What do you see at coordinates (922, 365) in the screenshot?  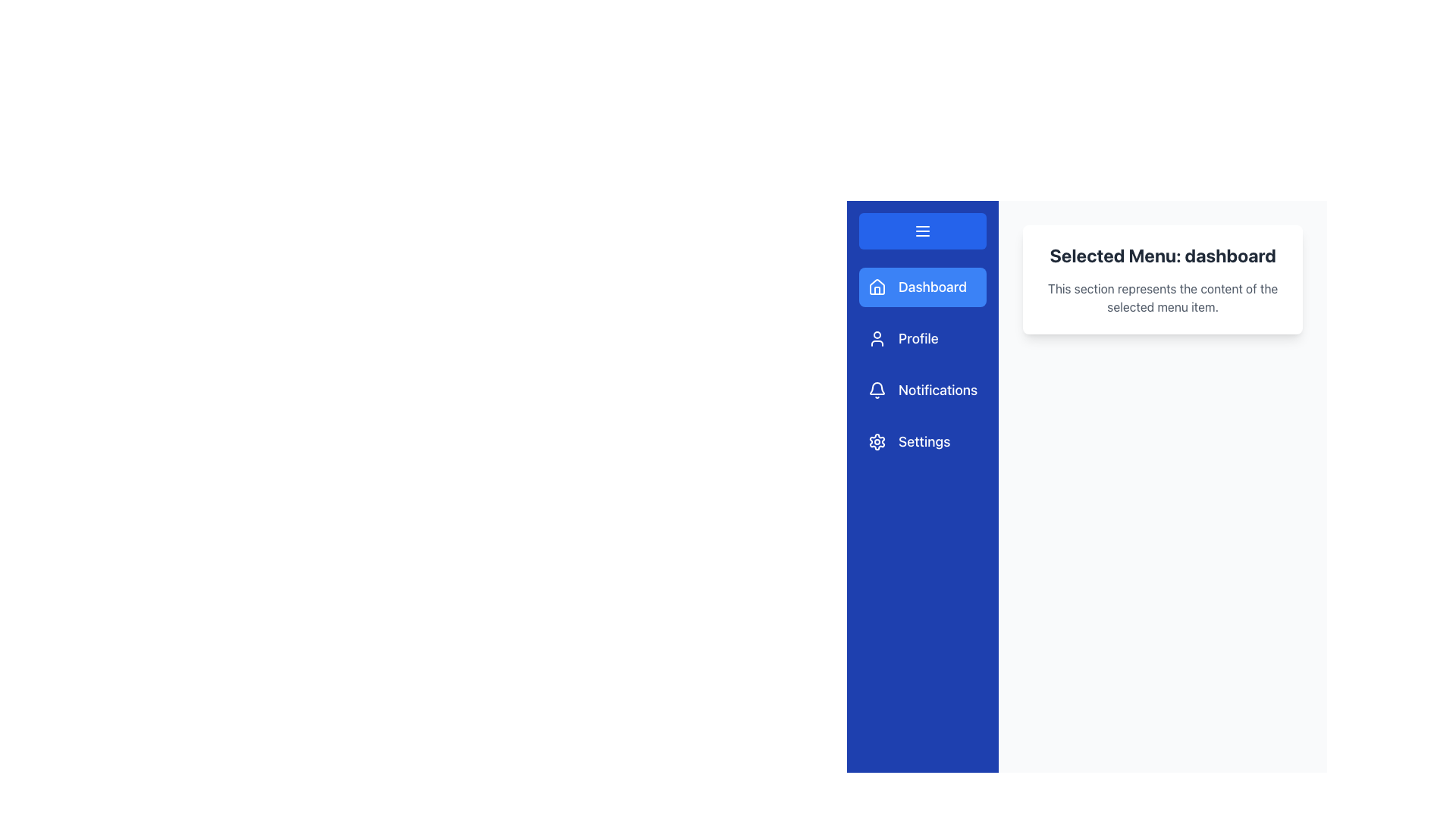 I see `the vertical navigation menu item located in the leftmost vertical sidebar of the interface` at bounding box center [922, 365].